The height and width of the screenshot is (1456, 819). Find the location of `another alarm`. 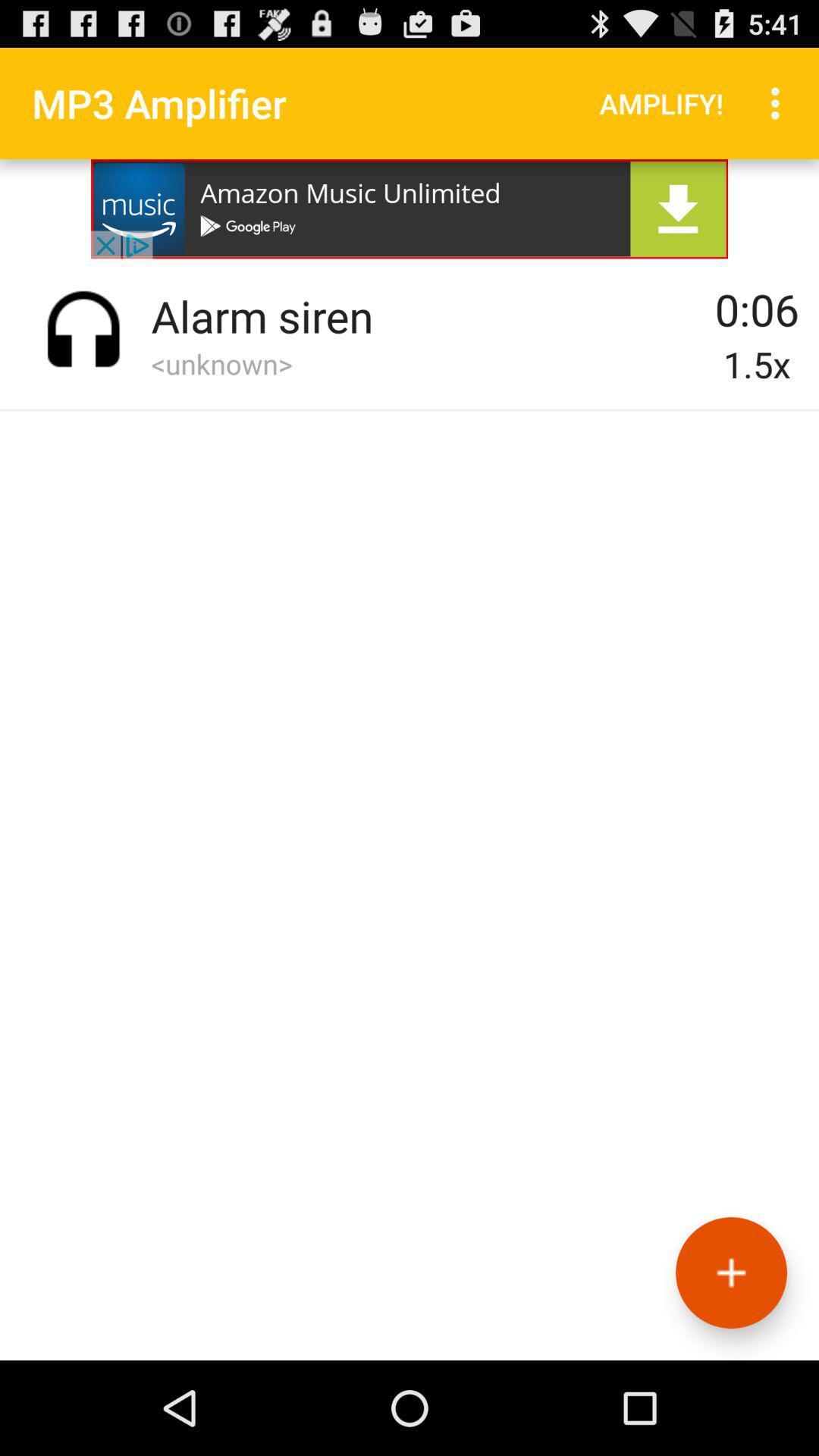

another alarm is located at coordinates (730, 1272).